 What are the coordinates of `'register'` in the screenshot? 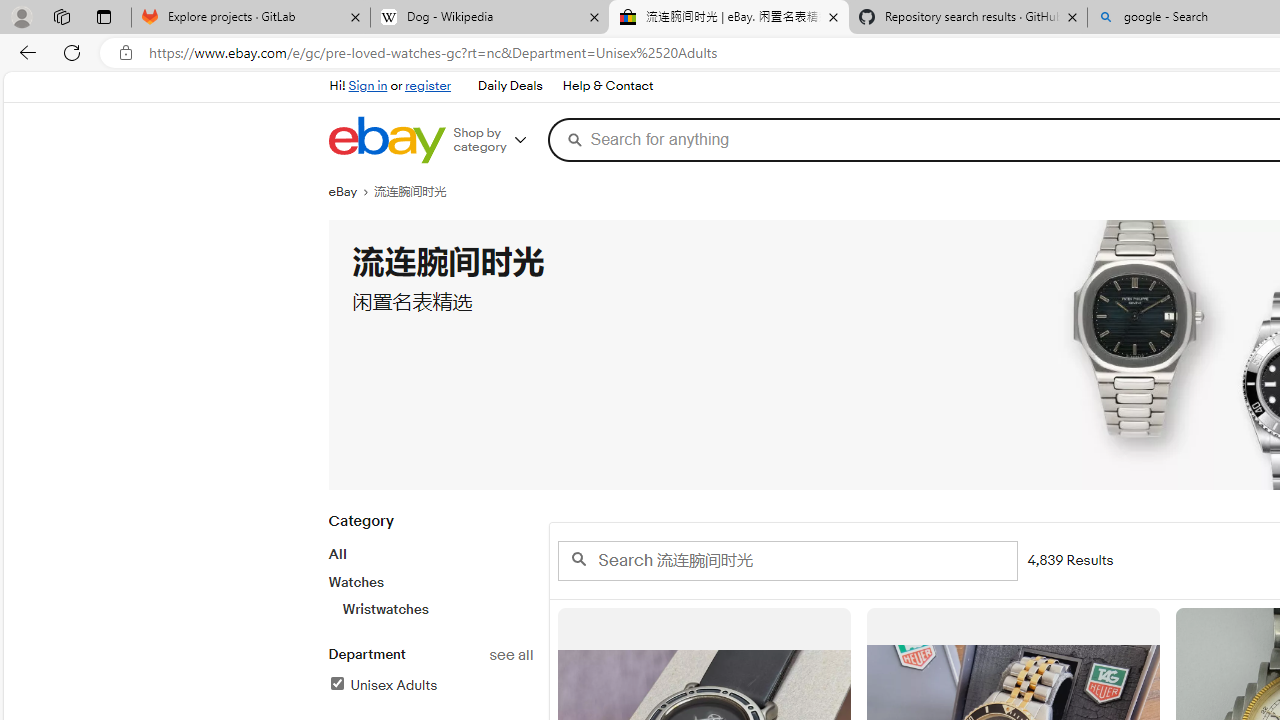 It's located at (427, 85).